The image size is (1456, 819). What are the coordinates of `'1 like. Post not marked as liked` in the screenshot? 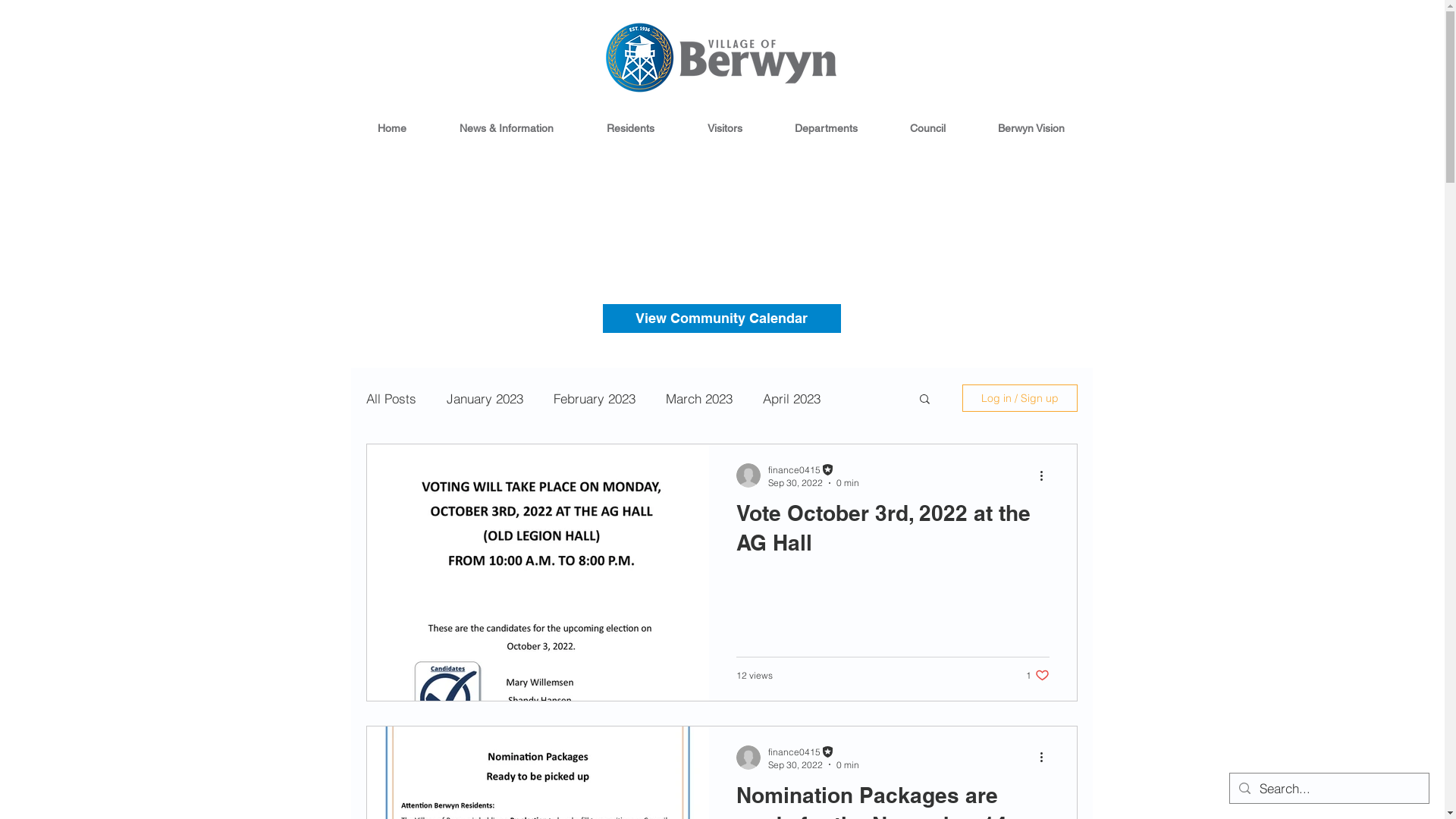 It's located at (1036, 674).